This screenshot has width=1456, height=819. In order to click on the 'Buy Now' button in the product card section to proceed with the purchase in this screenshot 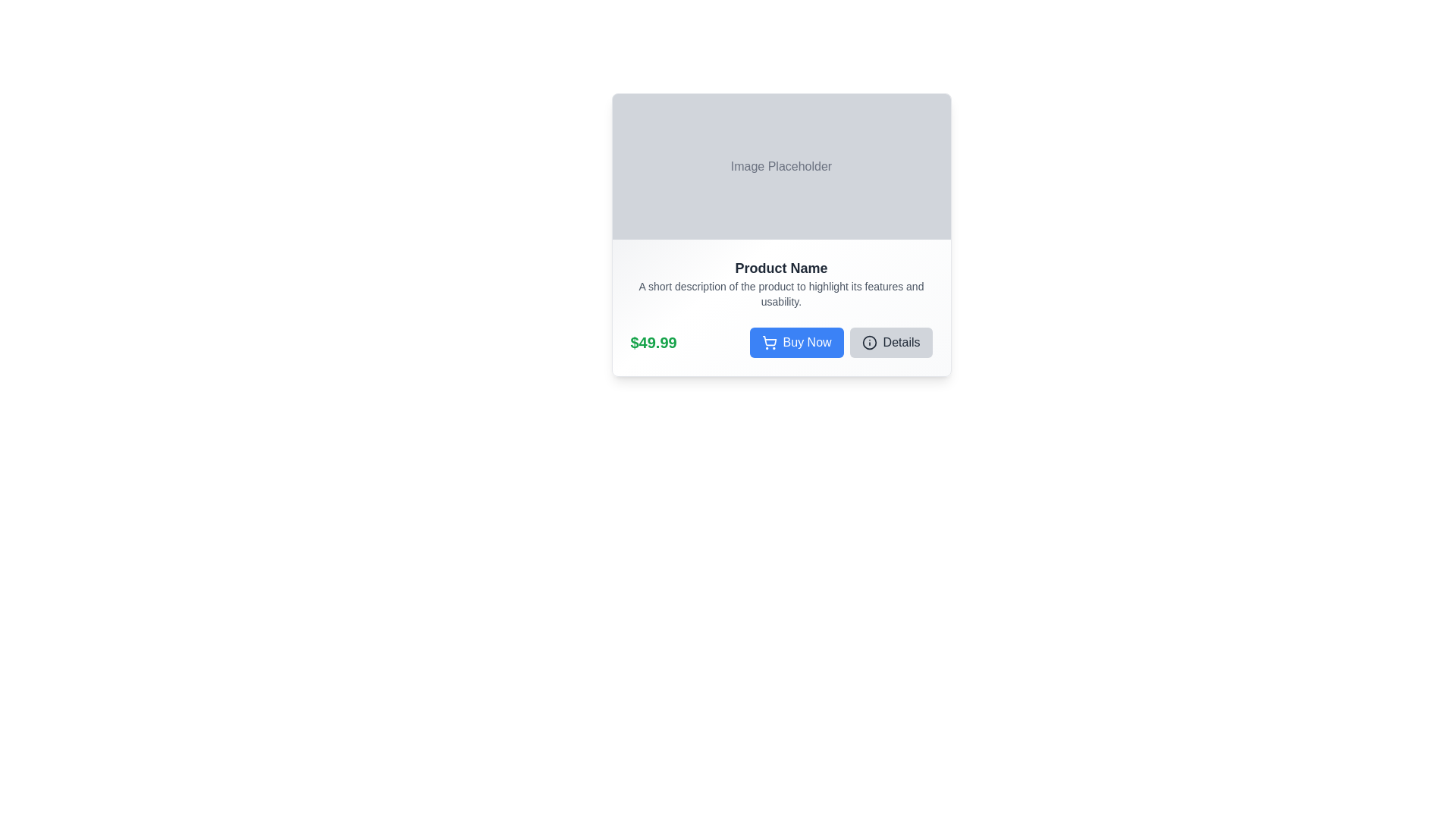, I will do `click(781, 351)`.